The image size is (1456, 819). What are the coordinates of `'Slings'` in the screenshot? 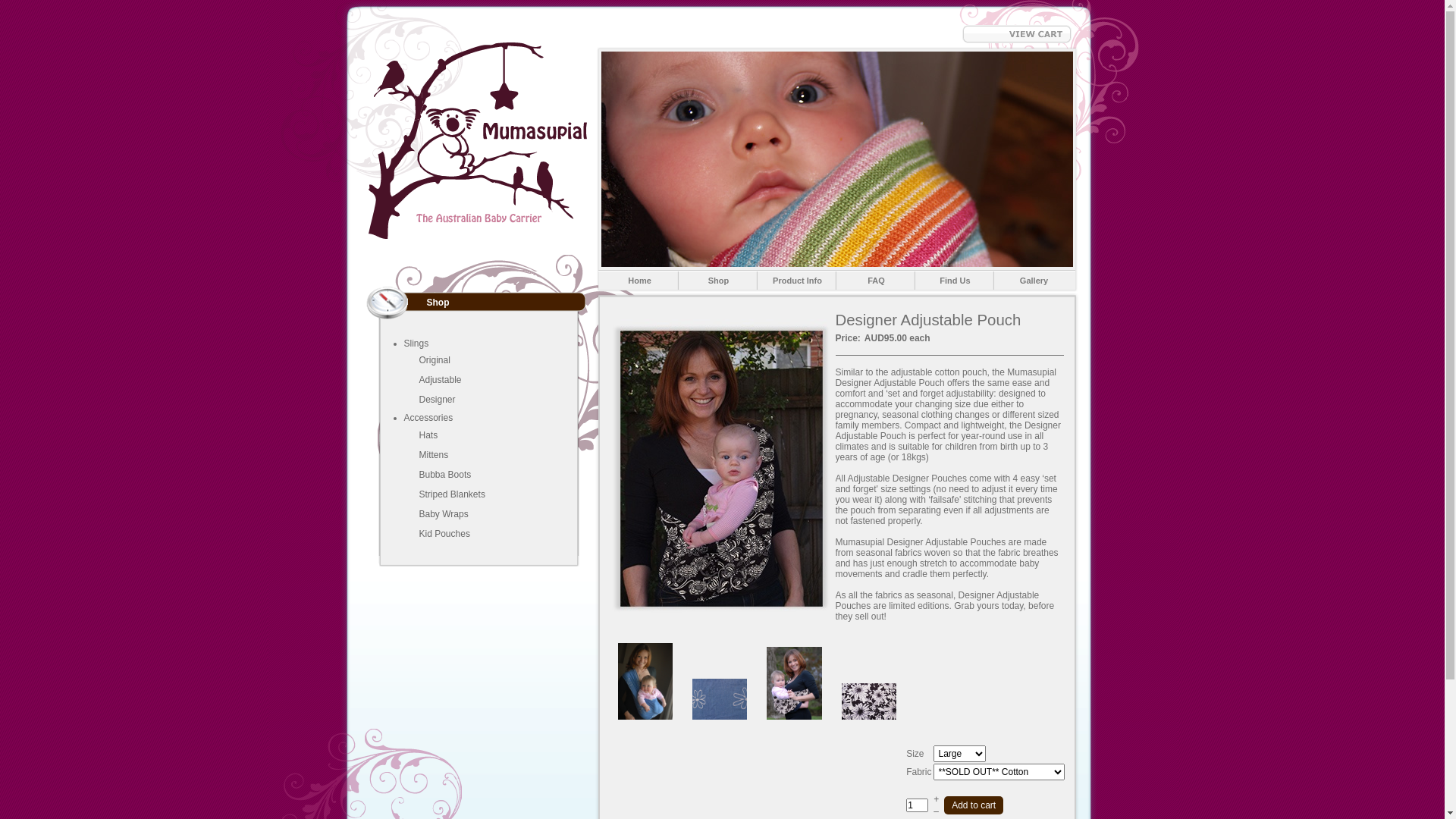 It's located at (416, 343).